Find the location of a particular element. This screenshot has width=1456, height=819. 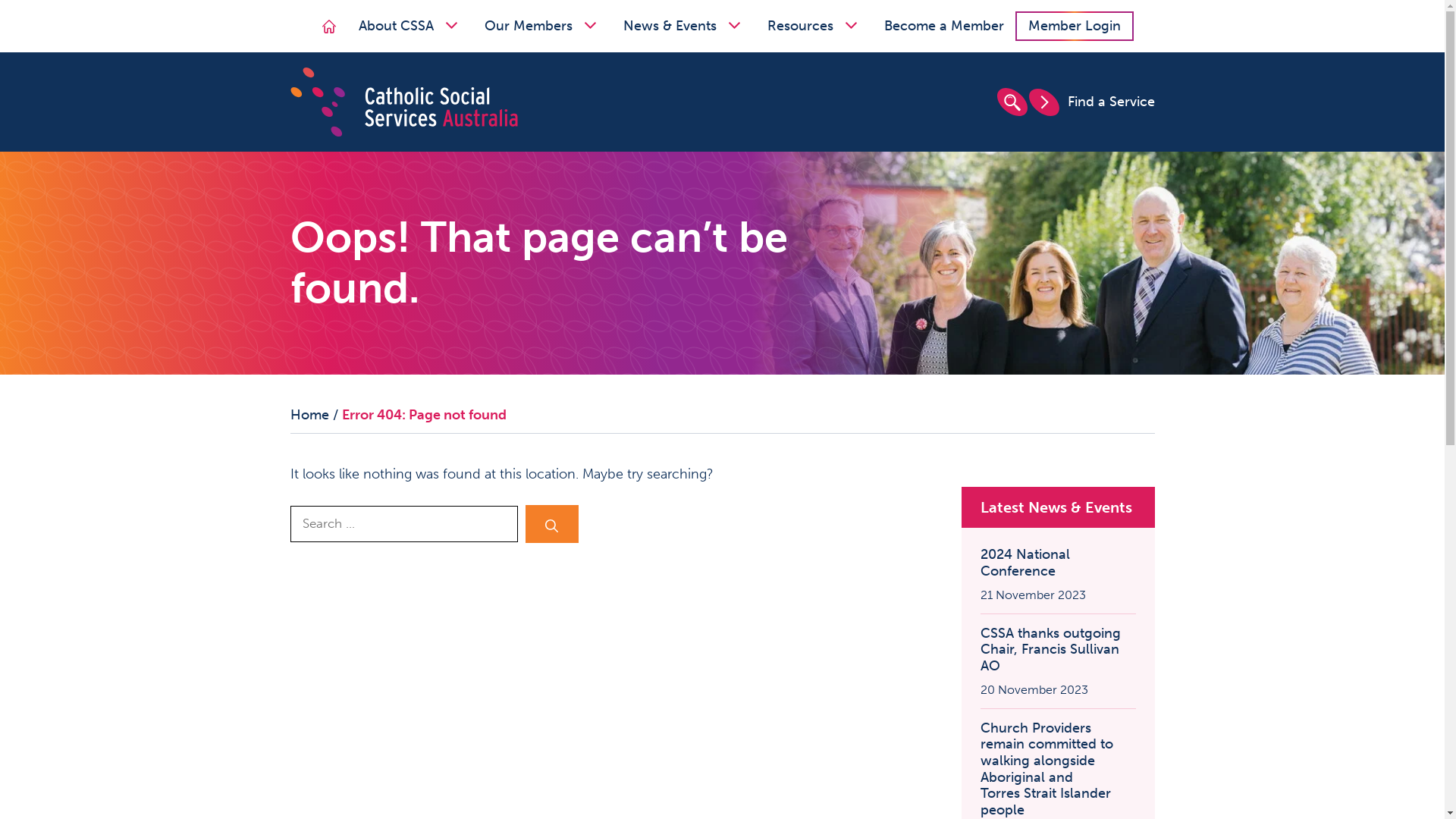

'Latest News & Events' is located at coordinates (979, 507).